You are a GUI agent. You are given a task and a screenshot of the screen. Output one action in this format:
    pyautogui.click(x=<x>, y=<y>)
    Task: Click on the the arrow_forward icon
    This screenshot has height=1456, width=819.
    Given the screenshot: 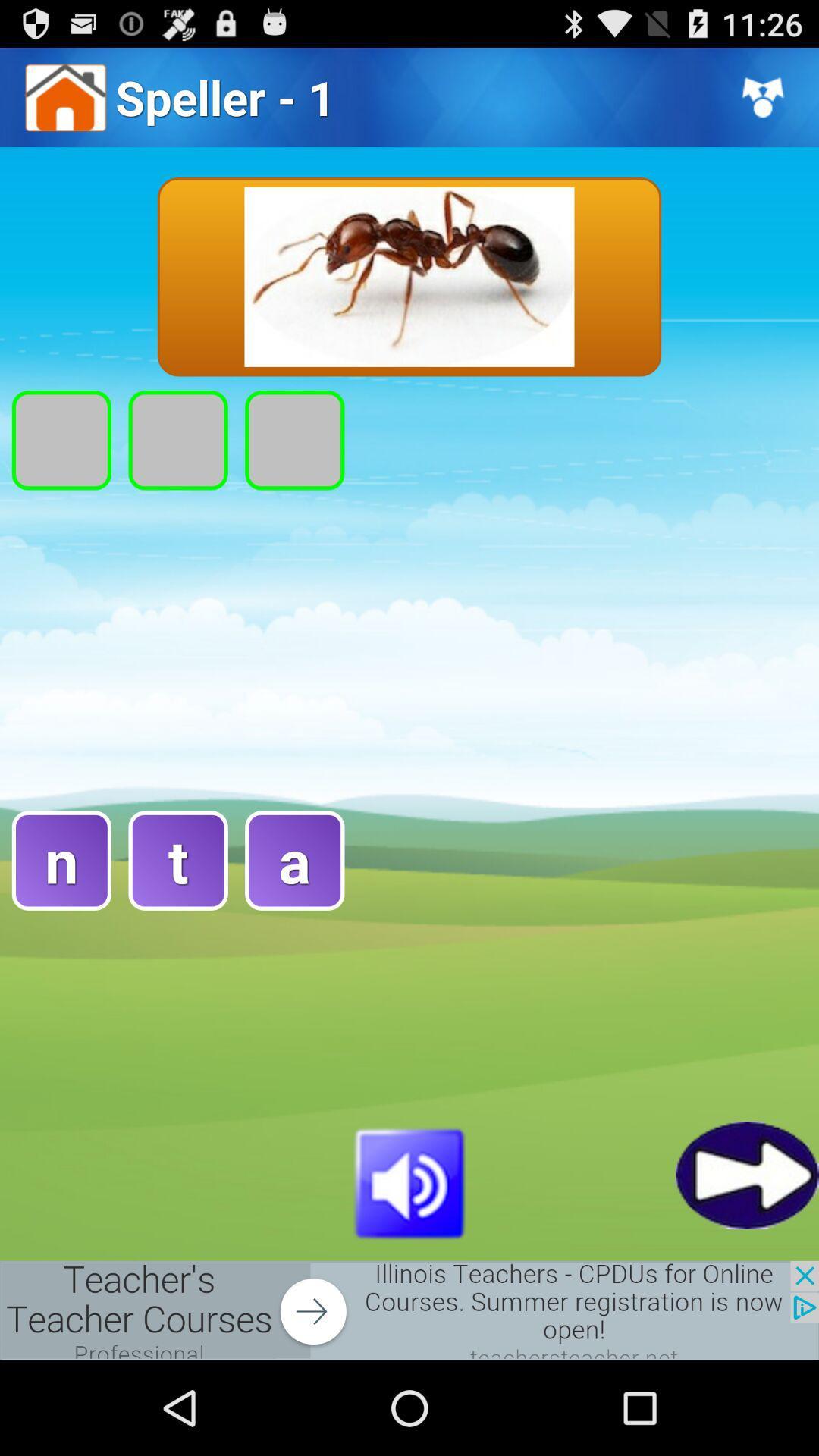 What is the action you would take?
    pyautogui.click(x=746, y=1257)
    